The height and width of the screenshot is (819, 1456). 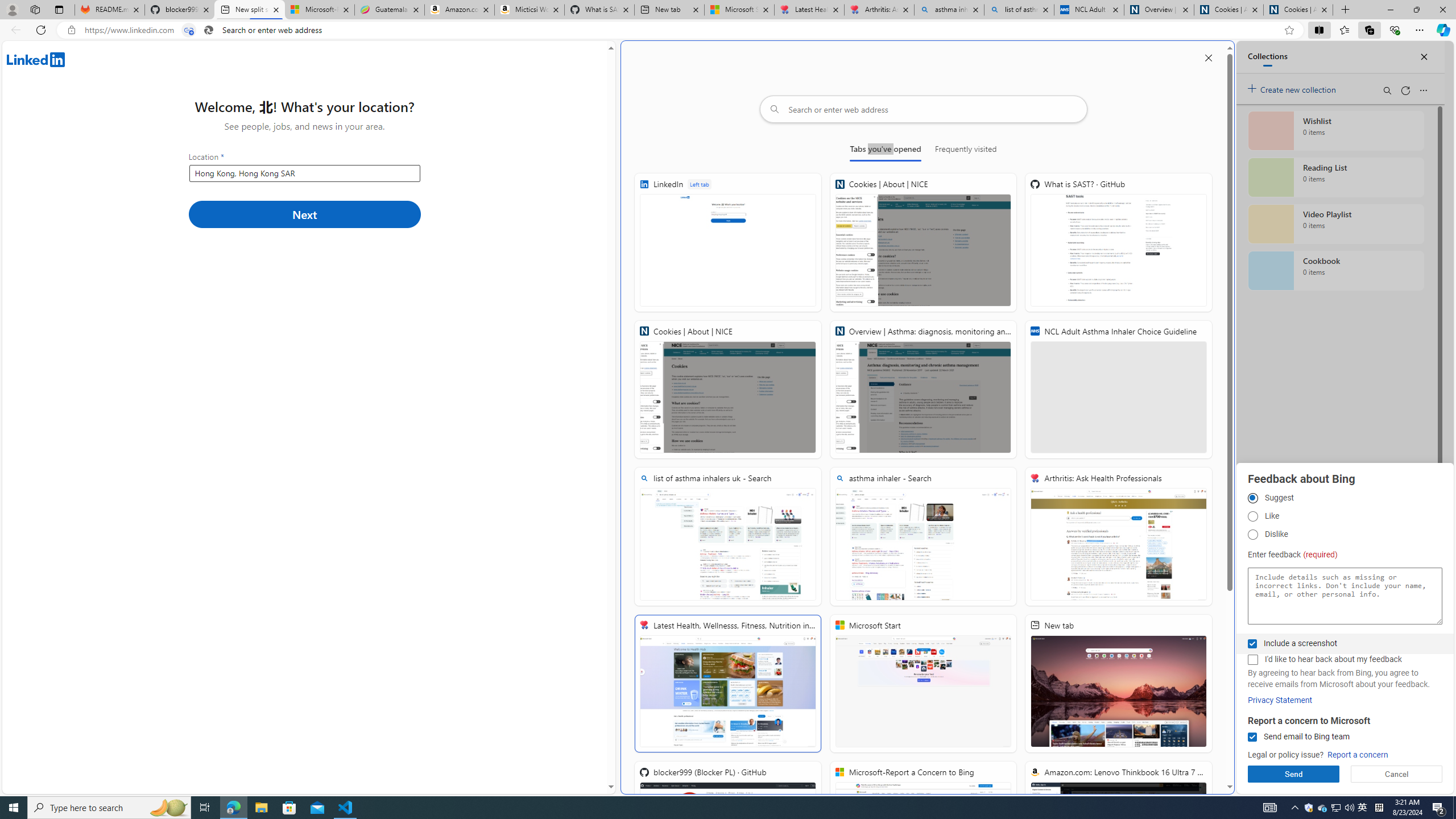 What do you see at coordinates (1293, 773) in the screenshot?
I see `'Send'` at bounding box center [1293, 773].